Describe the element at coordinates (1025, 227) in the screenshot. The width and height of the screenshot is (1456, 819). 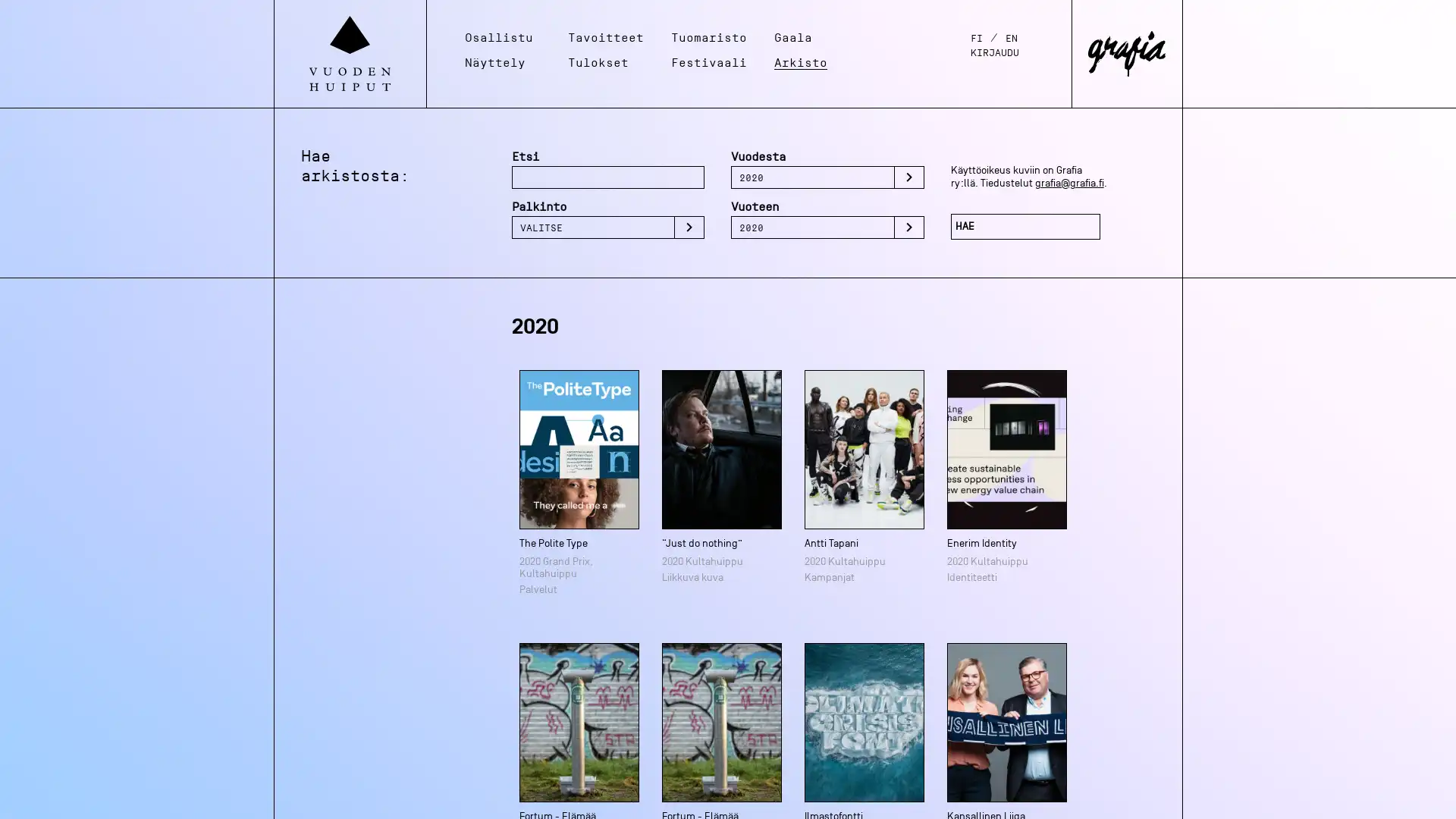
I see `HAE` at that location.